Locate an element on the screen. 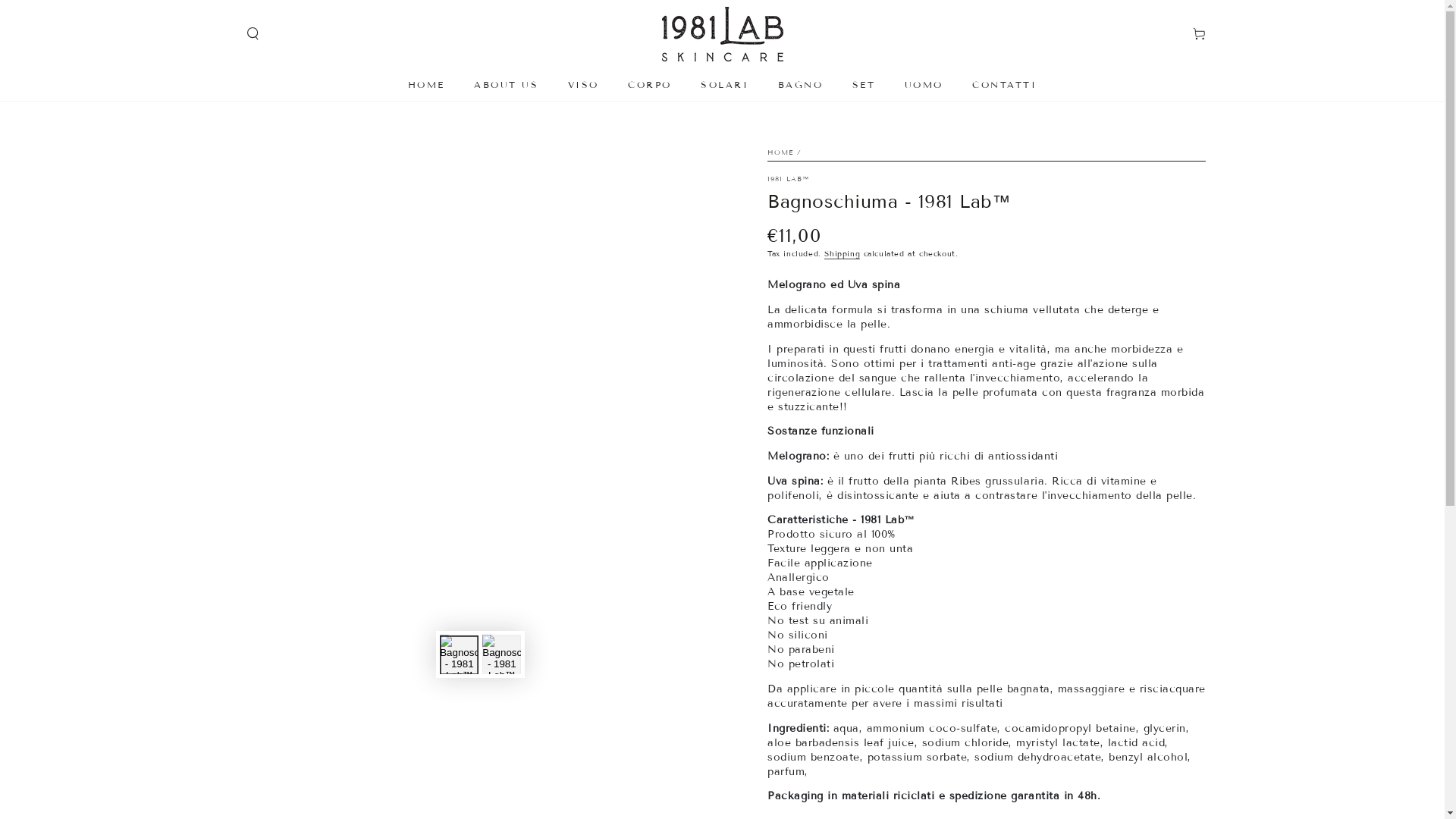 The width and height of the screenshot is (1456, 819). 'BAGNO' is located at coordinates (799, 84).